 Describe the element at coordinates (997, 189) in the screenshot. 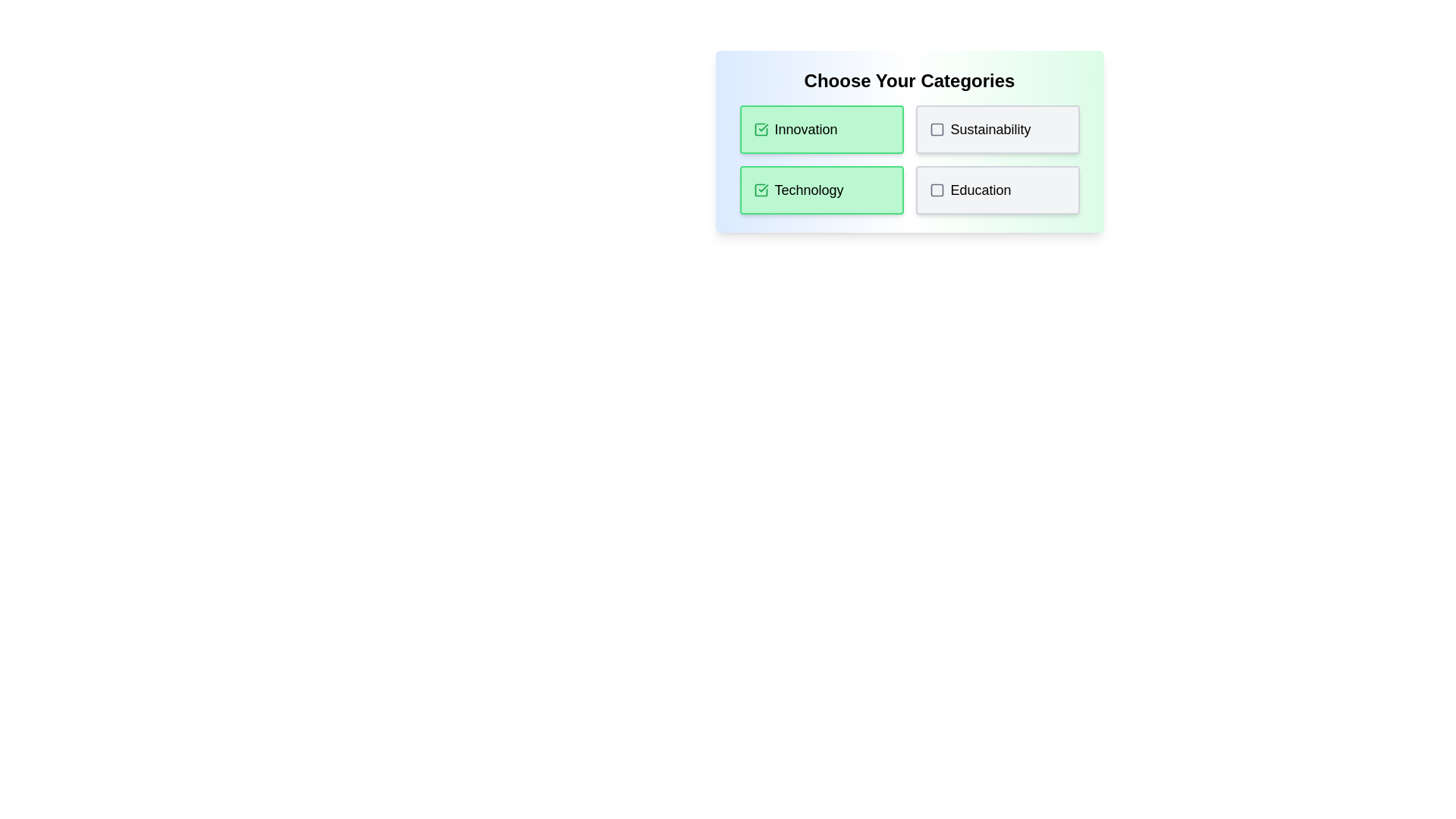

I see `the tag Education` at that location.